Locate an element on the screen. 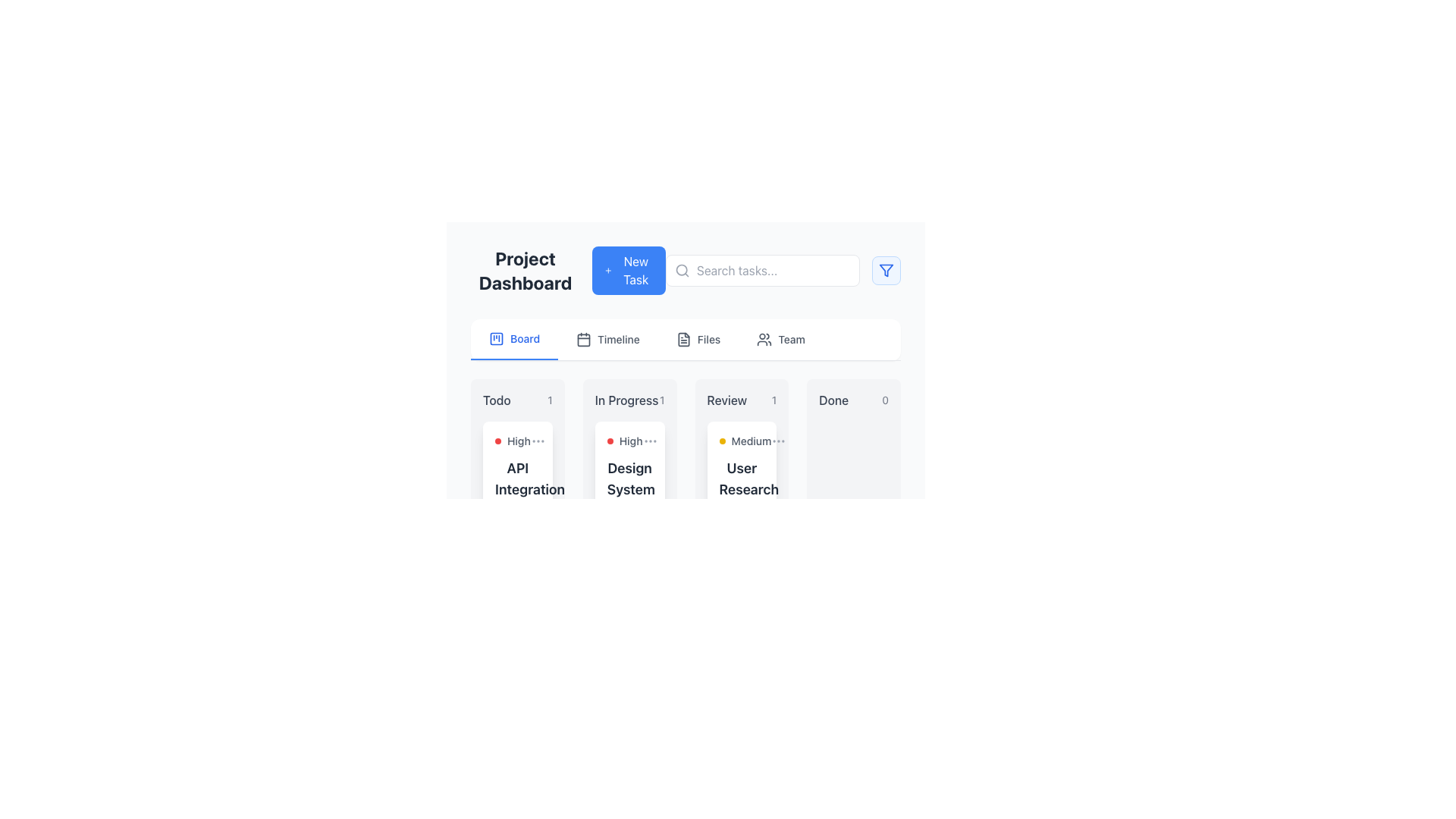 Image resolution: width=1456 pixels, height=819 pixels. the filter icon located is located at coordinates (886, 270).